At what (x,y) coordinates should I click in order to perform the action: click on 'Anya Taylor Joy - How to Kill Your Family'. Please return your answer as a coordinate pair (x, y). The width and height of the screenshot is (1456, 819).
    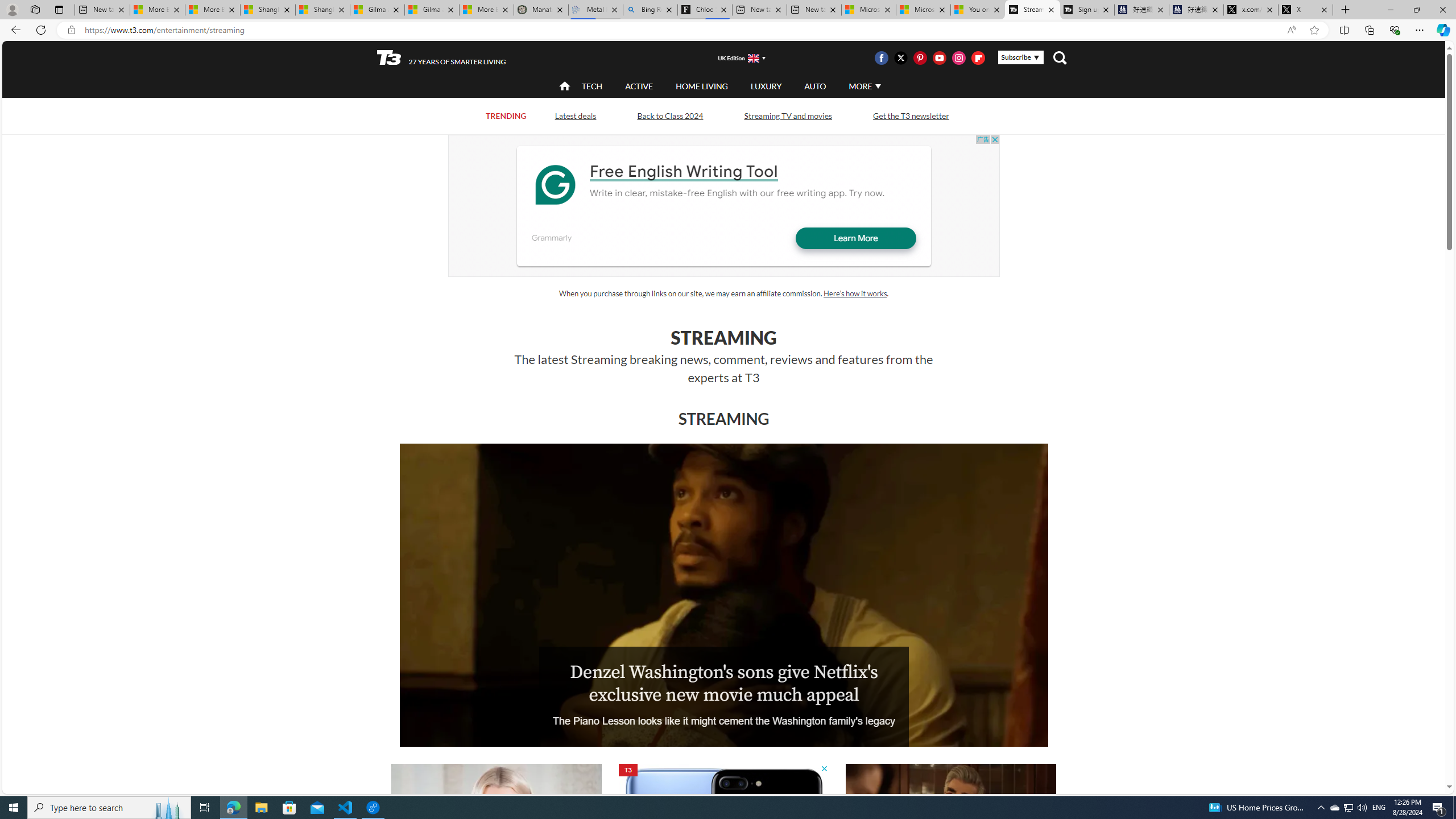
    Looking at the image, I should click on (495, 819).